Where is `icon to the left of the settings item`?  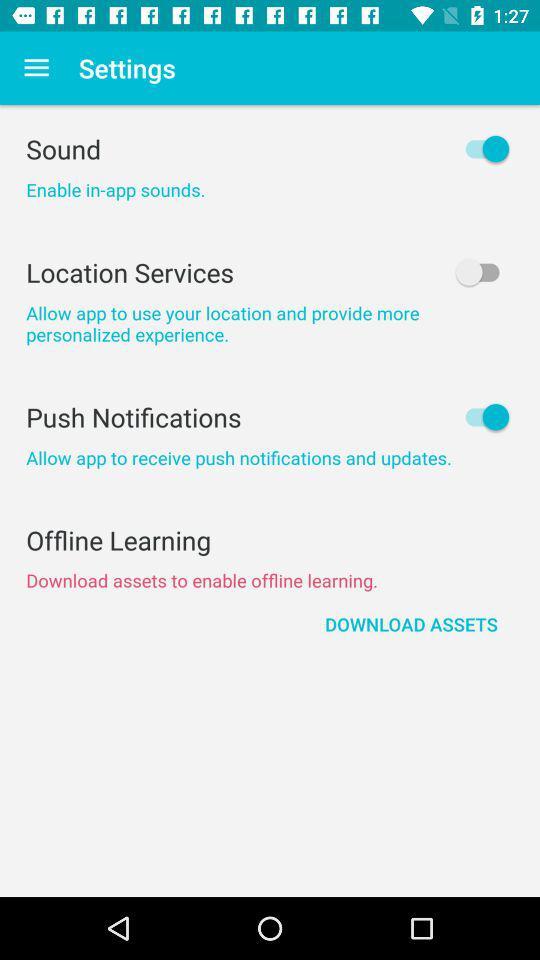
icon to the left of the settings item is located at coordinates (36, 68).